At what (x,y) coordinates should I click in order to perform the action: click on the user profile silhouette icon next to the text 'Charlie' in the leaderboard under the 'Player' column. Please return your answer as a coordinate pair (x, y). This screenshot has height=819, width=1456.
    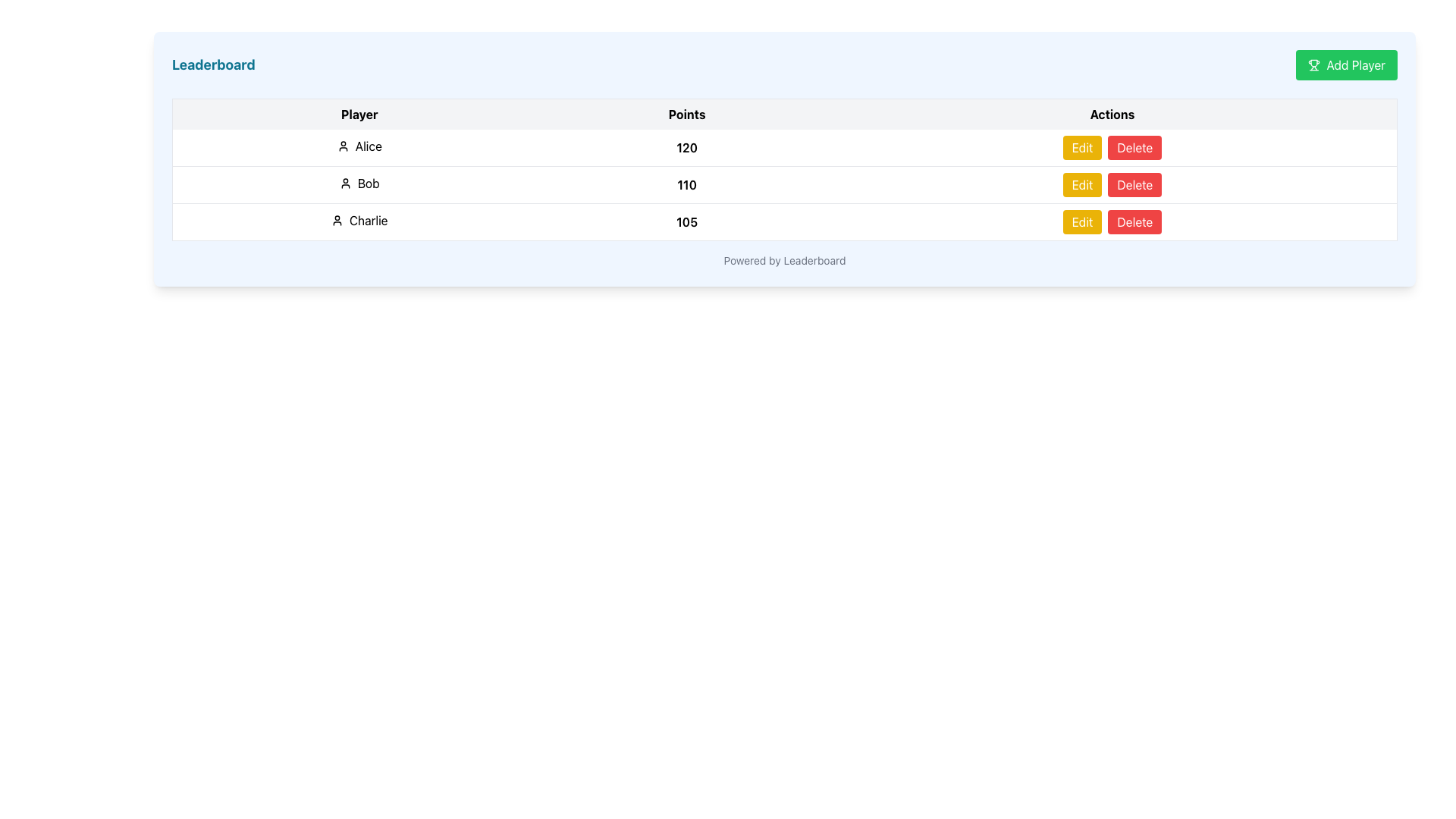
    Looking at the image, I should click on (336, 220).